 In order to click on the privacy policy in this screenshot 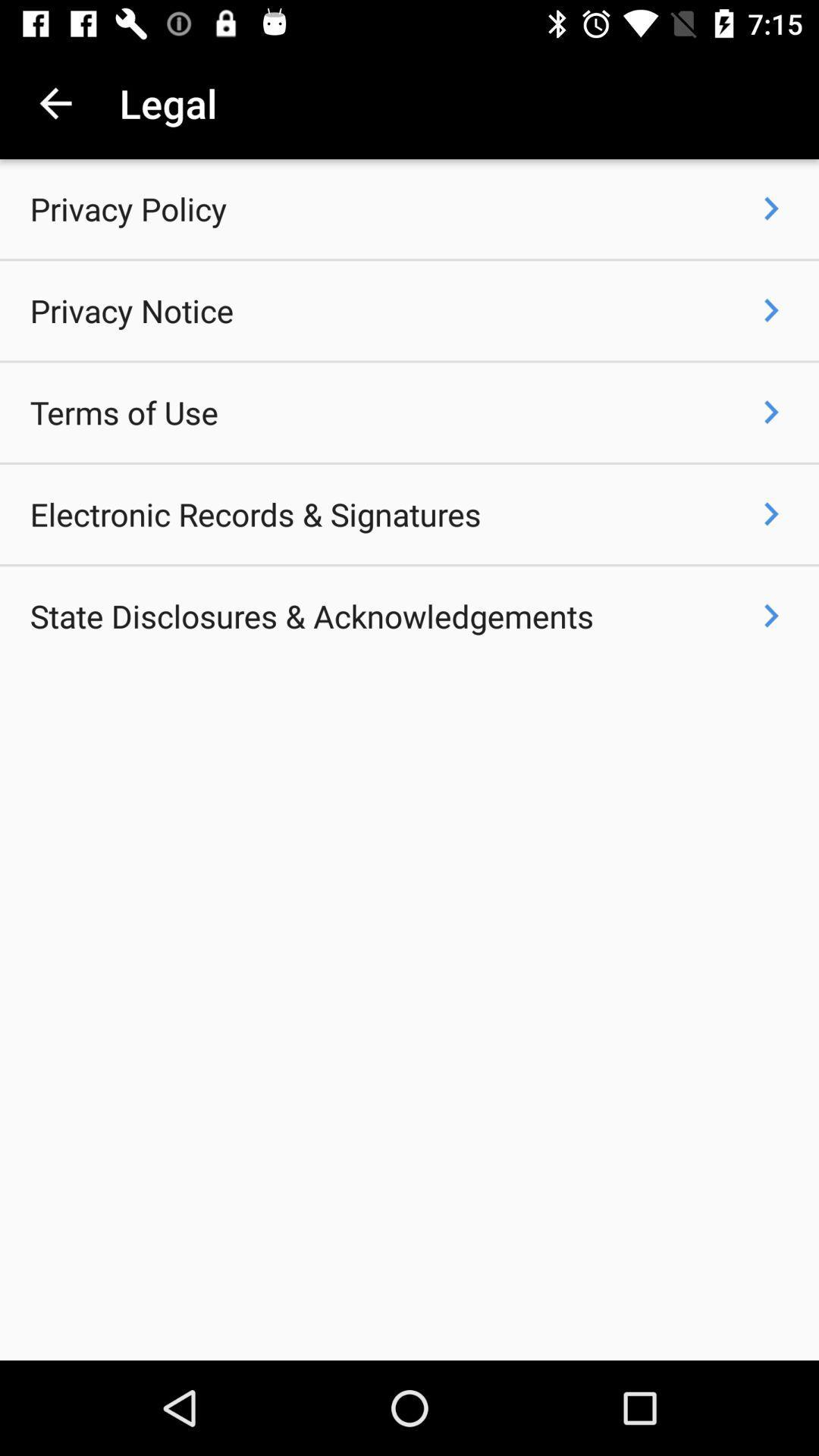, I will do `click(127, 208)`.